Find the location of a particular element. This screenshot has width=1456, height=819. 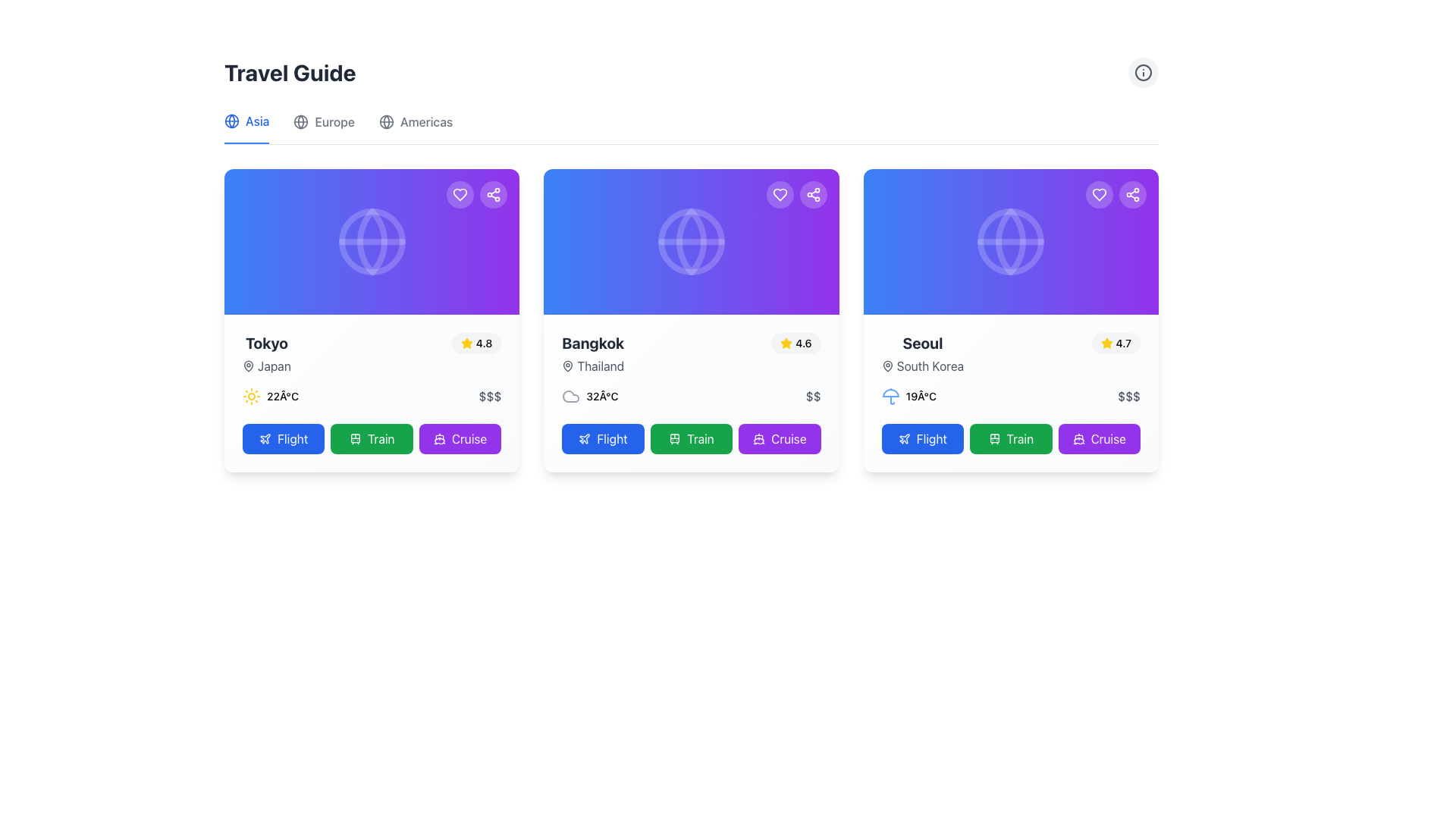

the SVG icon within the 'Flight' button located in the lower section of the travel options card, which represents information related to flights is located at coordinates (904, 438).